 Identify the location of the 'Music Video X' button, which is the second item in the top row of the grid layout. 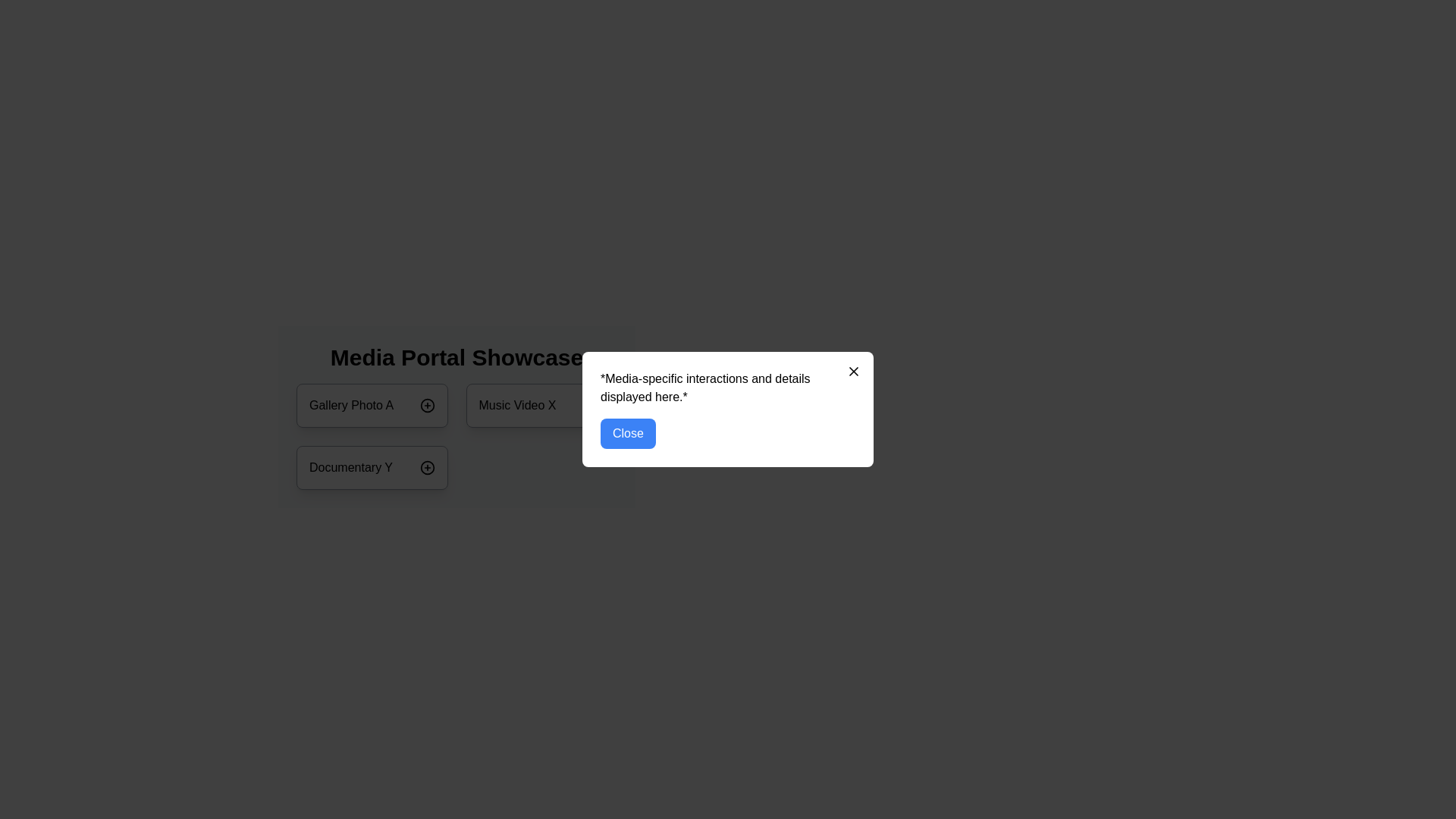
(541, 405).